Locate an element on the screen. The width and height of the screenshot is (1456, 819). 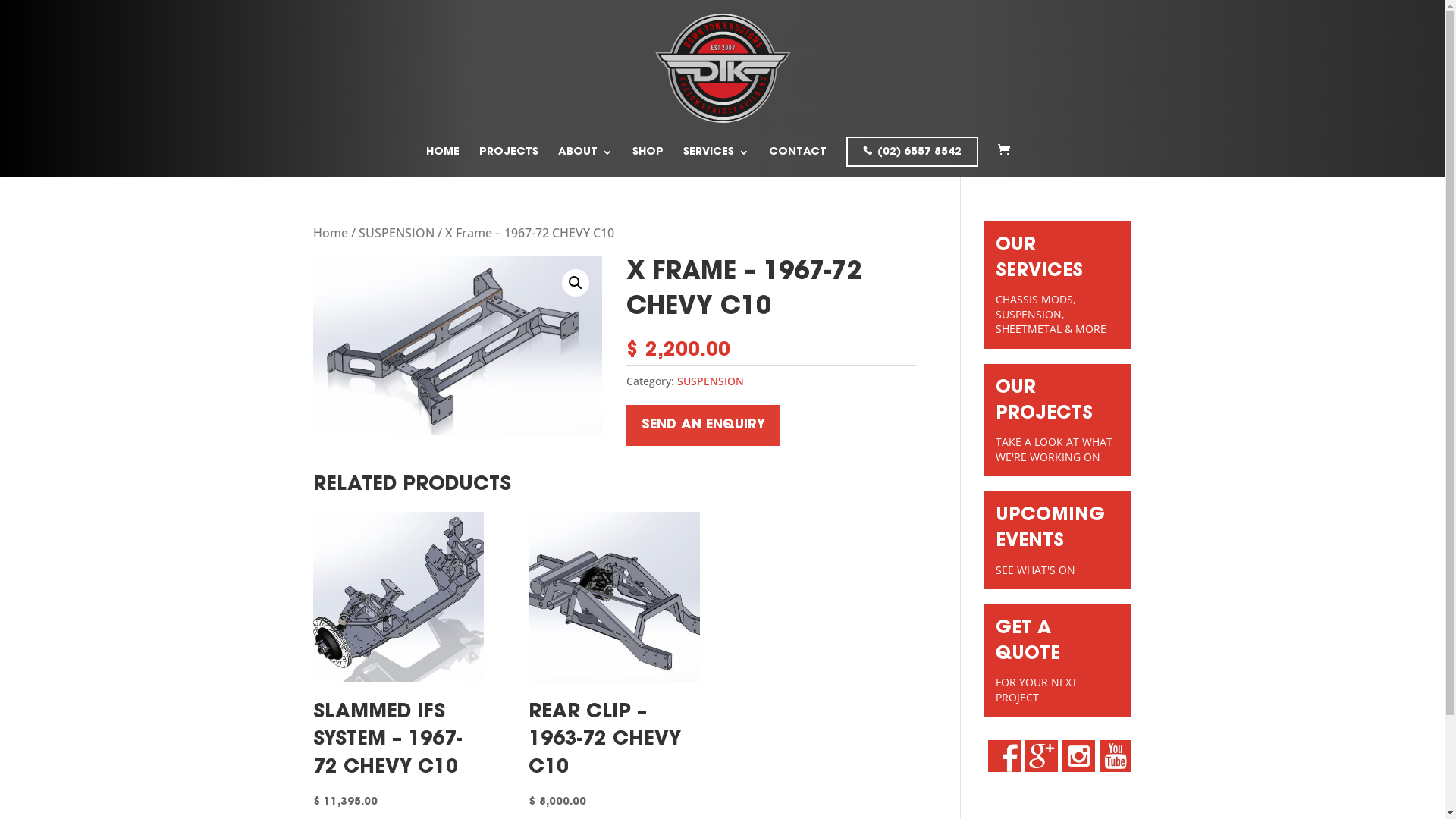
'OUR SERVICES is located at coordinates (1056, 284).